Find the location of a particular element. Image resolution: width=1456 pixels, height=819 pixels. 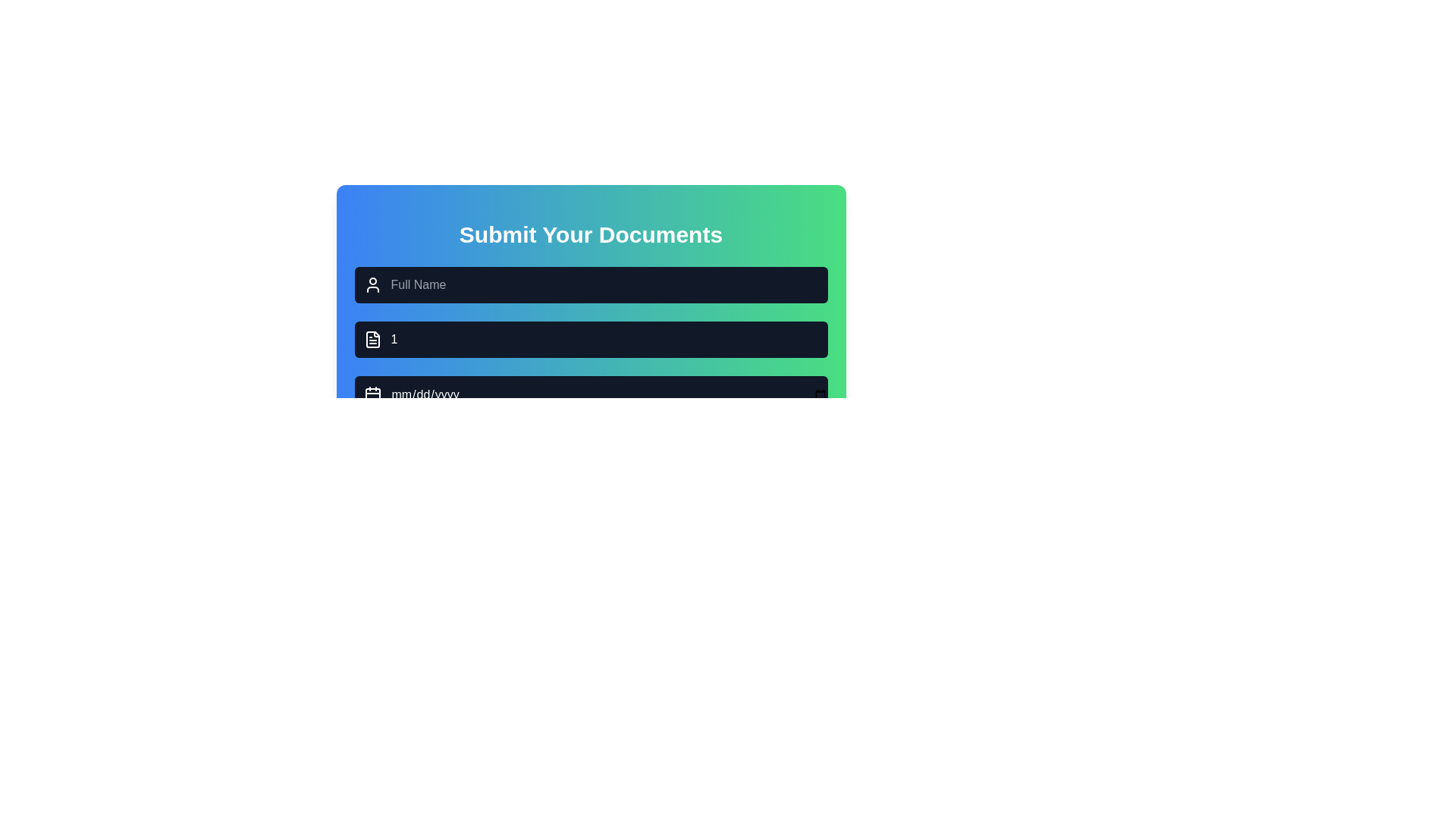

header text element at the top center of the interface that guides users in submitting their documents is located at coordinates (590, 234).